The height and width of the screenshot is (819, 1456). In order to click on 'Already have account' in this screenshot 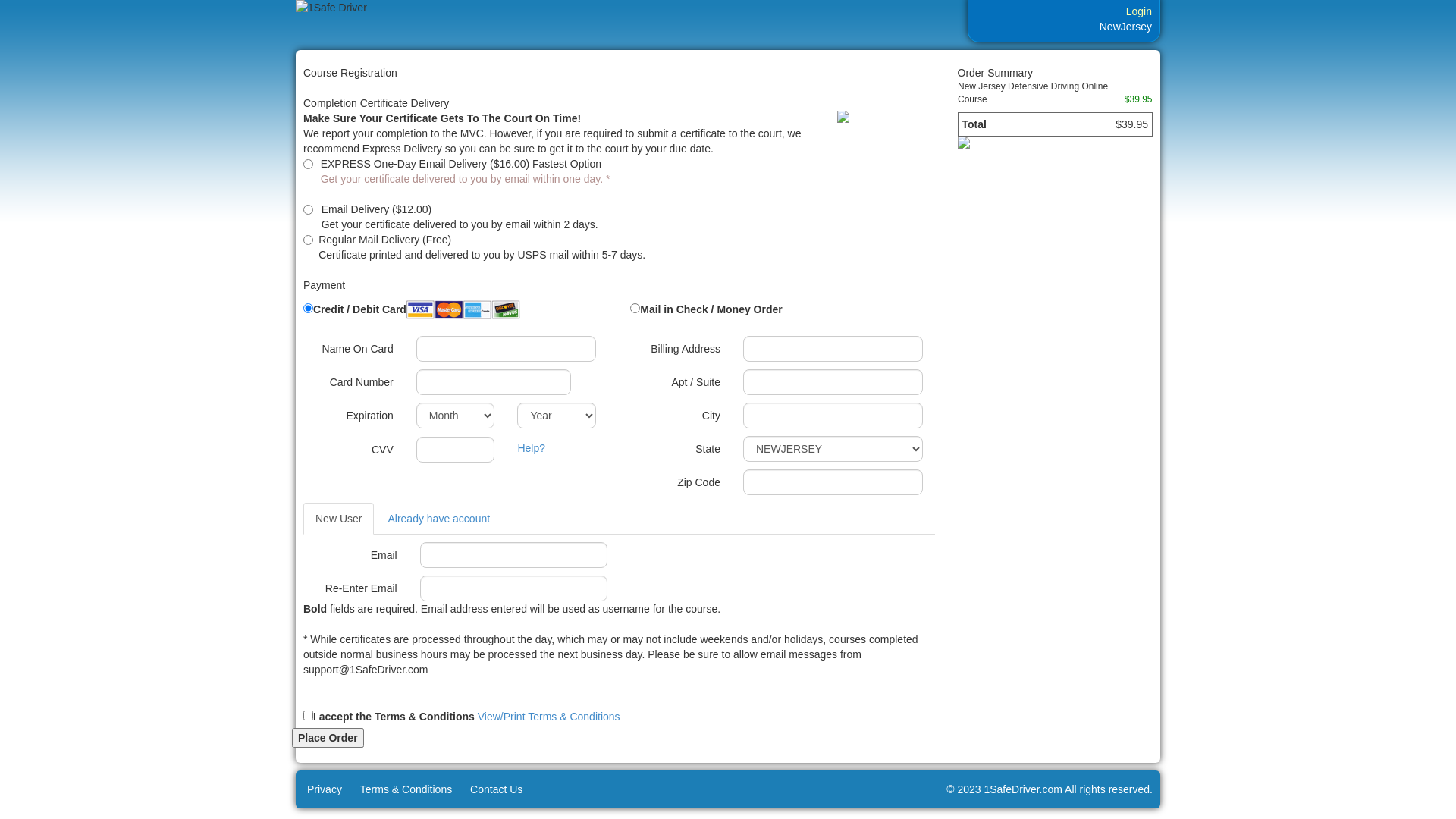, I will do `click(438, 517)`.